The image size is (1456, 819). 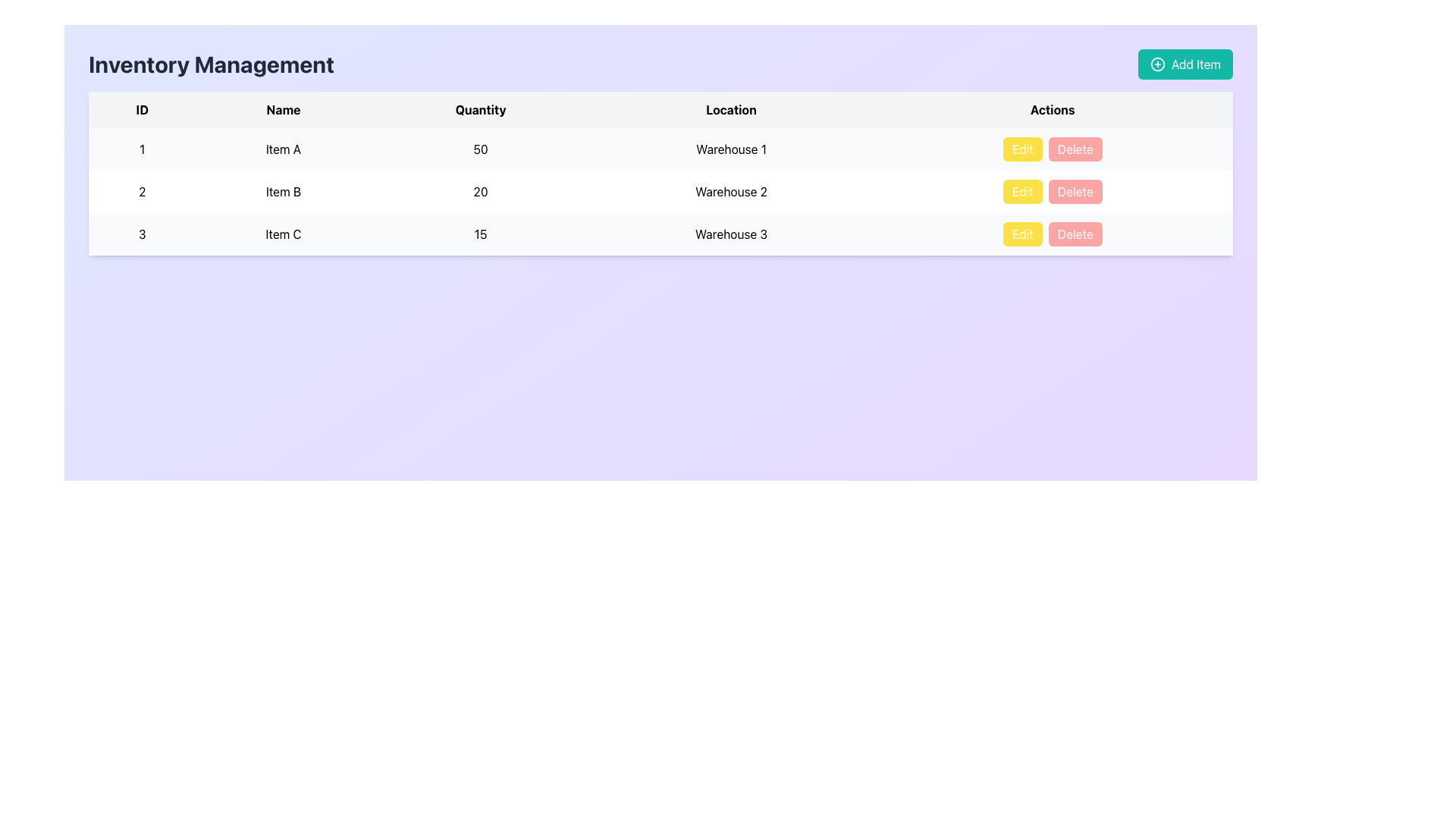 I want to click on the text cell displaying the numeral '2', which is styled with padding and centered alignment, located in the second row of the tabular layout under the 'ID' column, so click(x=142, y=191).